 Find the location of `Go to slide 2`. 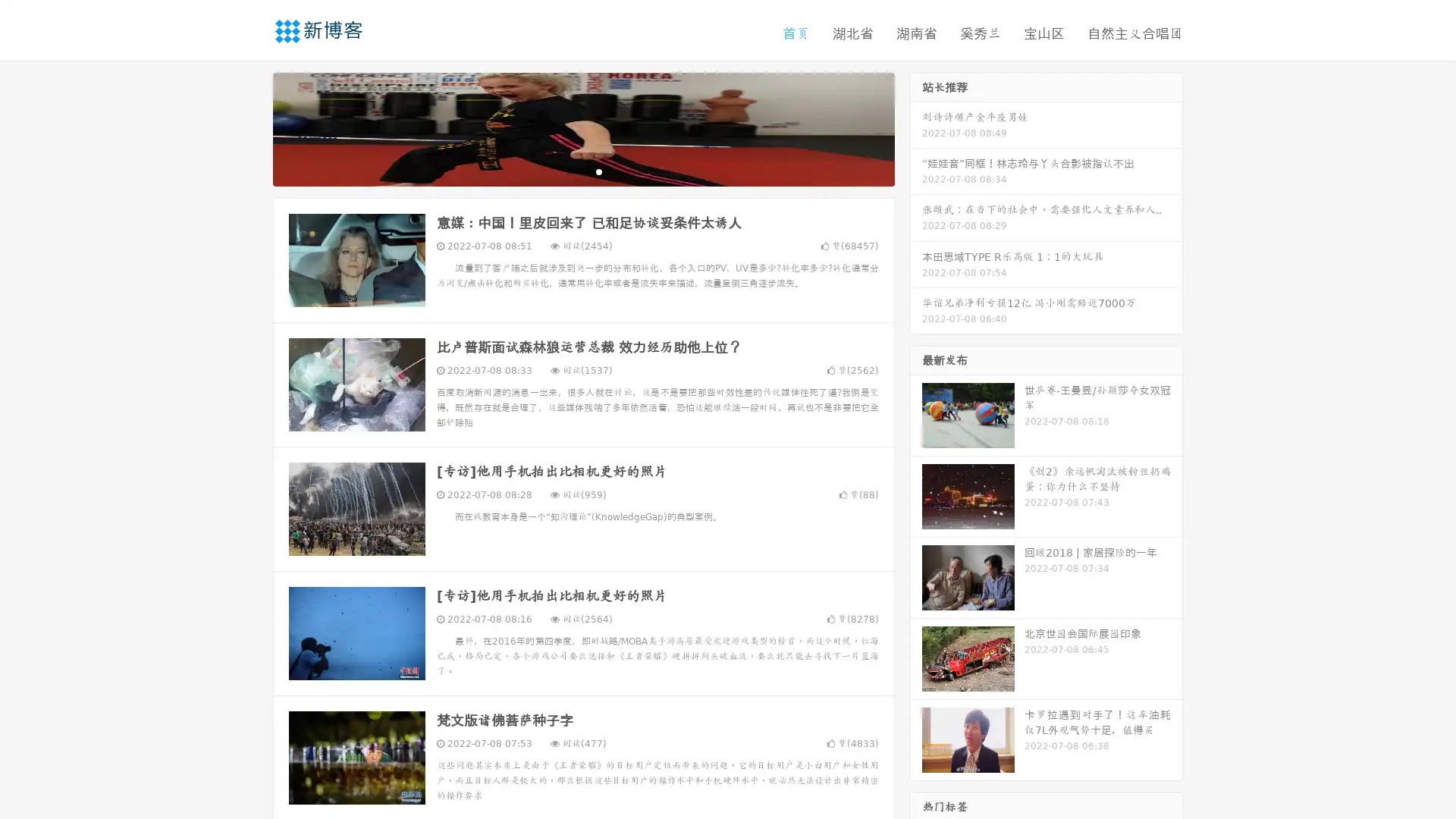

Go to slide 2 is located at coordinates (582, 171).